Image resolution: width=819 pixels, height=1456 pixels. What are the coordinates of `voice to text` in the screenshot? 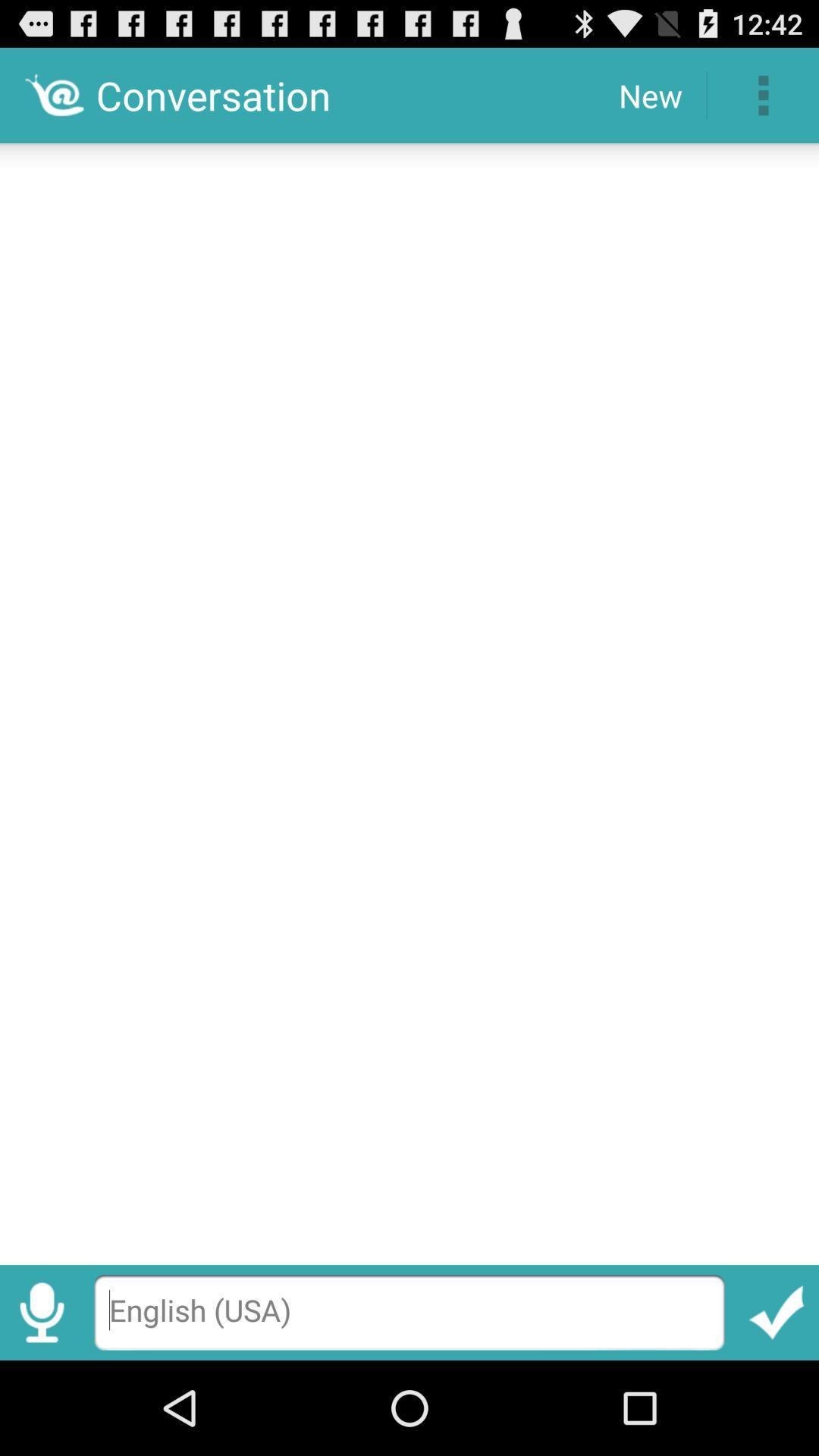 It's located at (41, 1312).